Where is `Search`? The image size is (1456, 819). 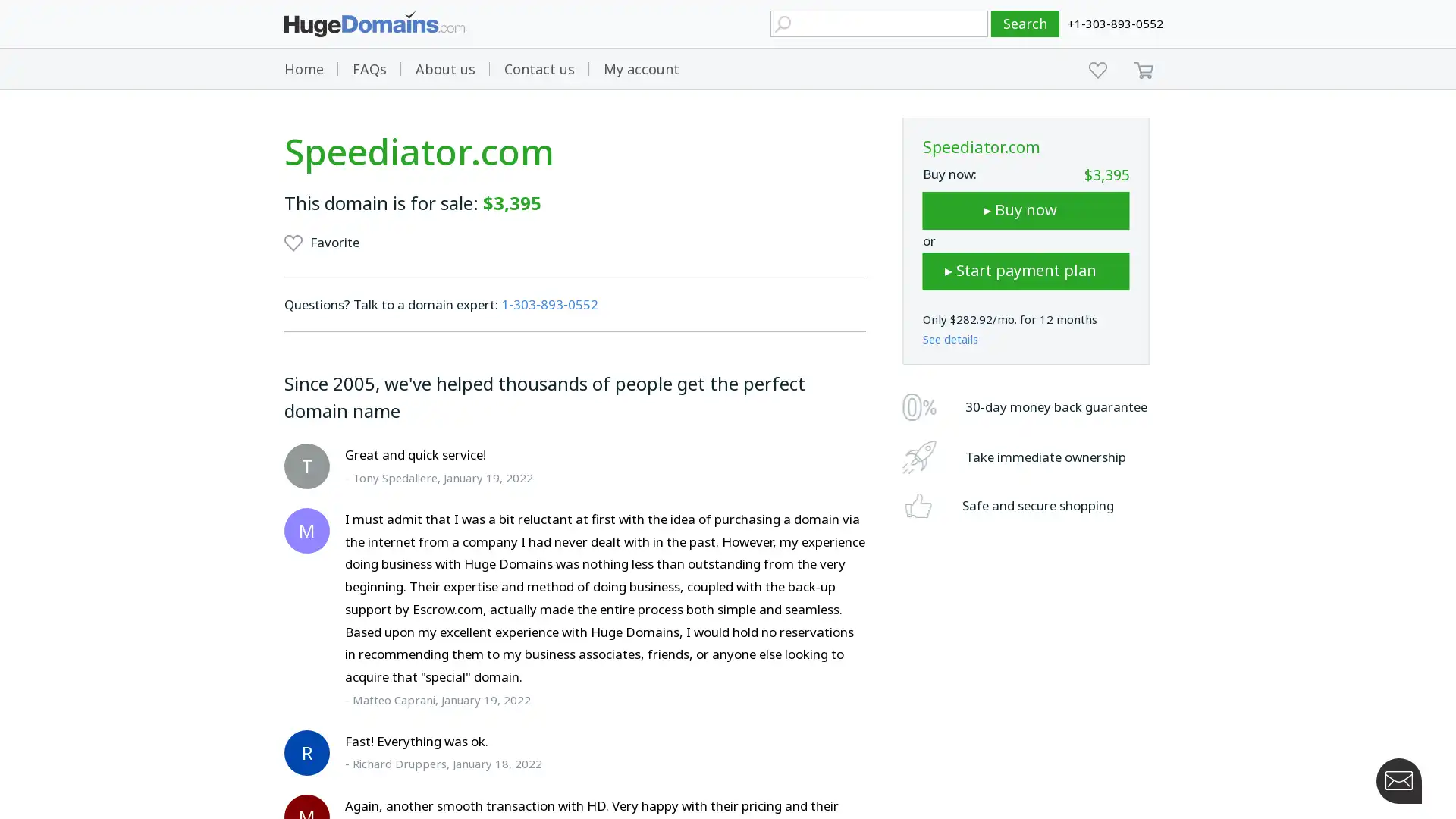
Search is located at coordinates (1025, 24).